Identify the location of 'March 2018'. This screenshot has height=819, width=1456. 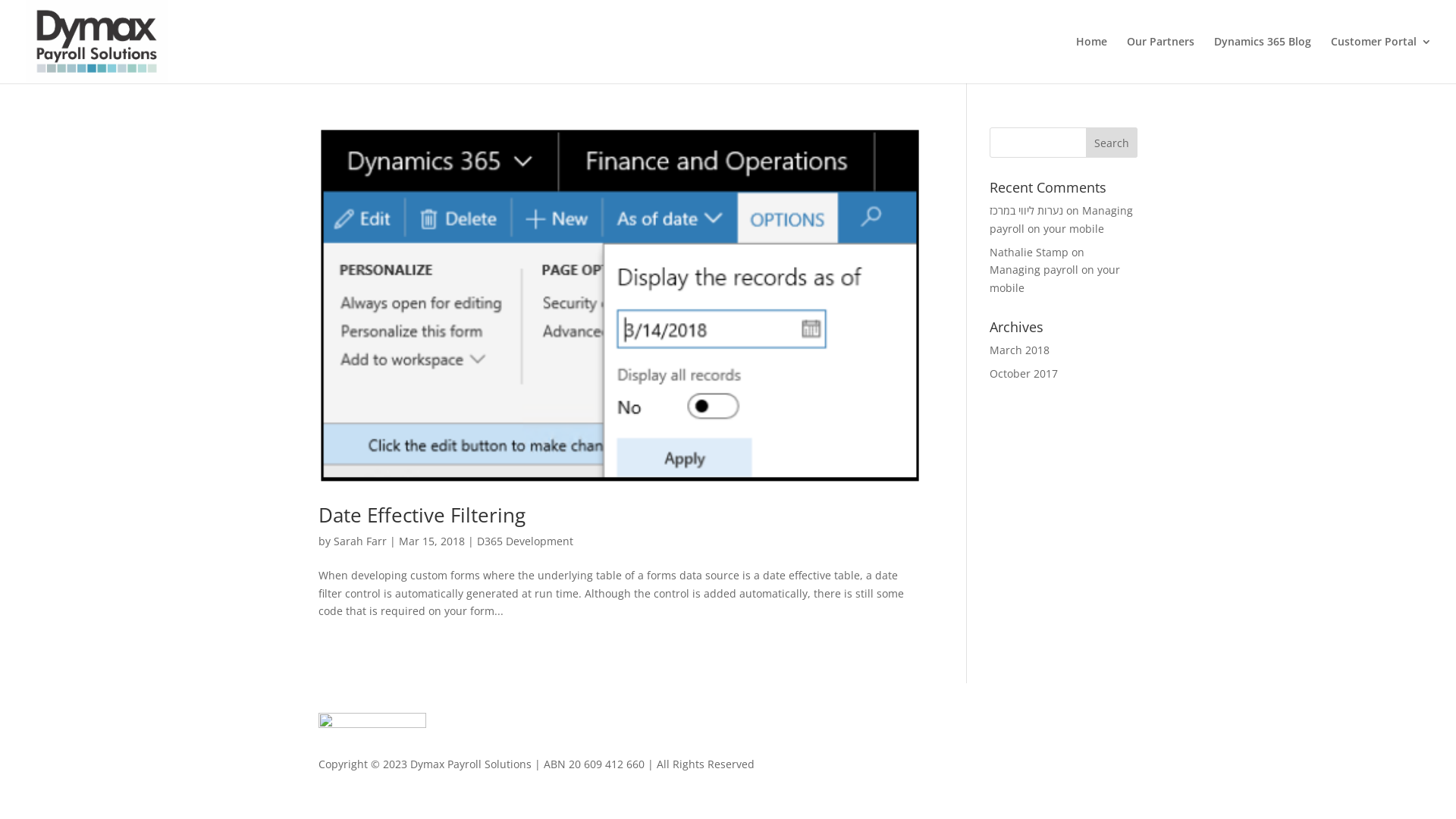
(1019, 350).